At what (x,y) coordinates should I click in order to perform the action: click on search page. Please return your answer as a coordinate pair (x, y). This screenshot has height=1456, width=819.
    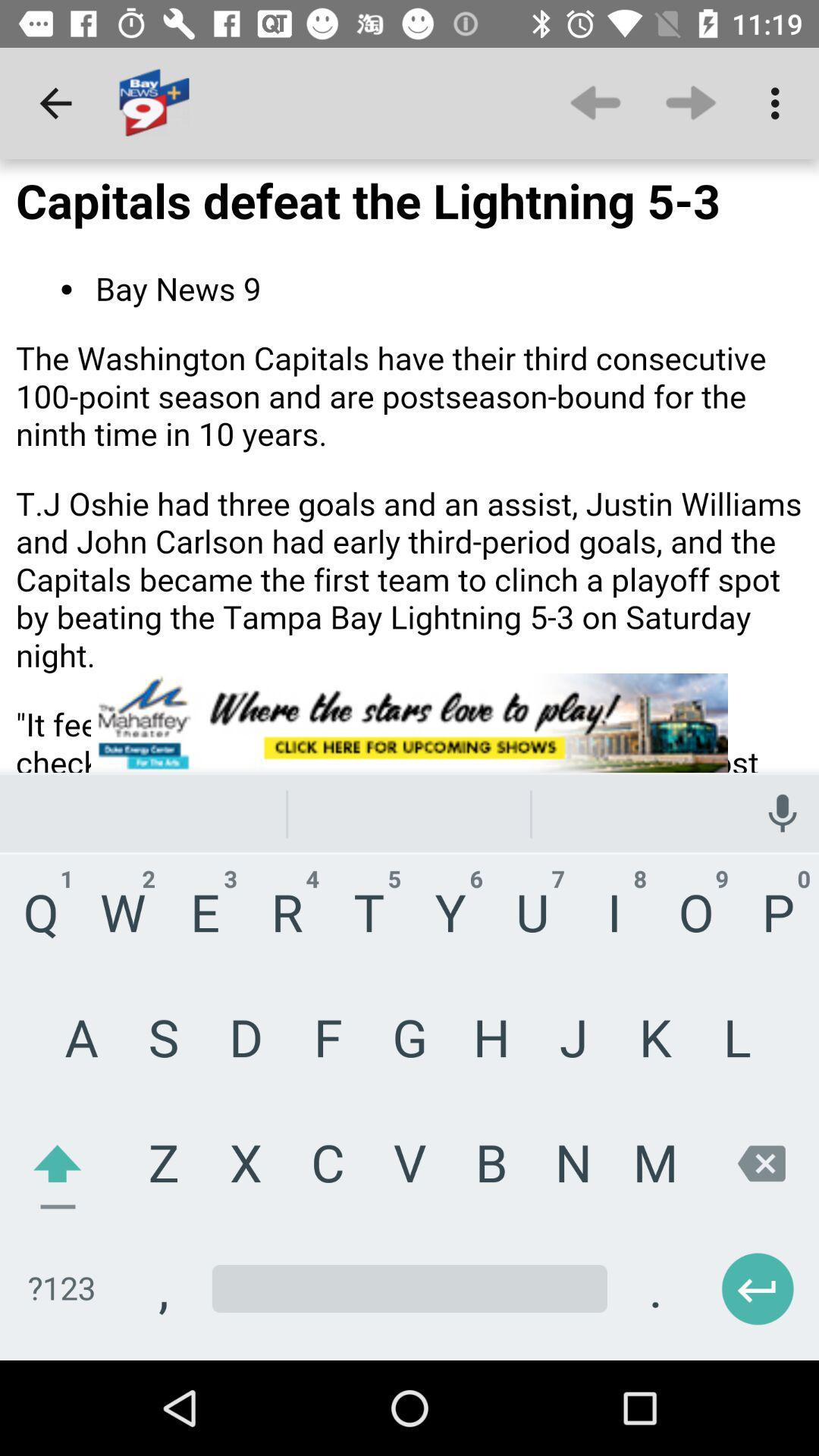
    Looking at the image, I should click on (409, 760).